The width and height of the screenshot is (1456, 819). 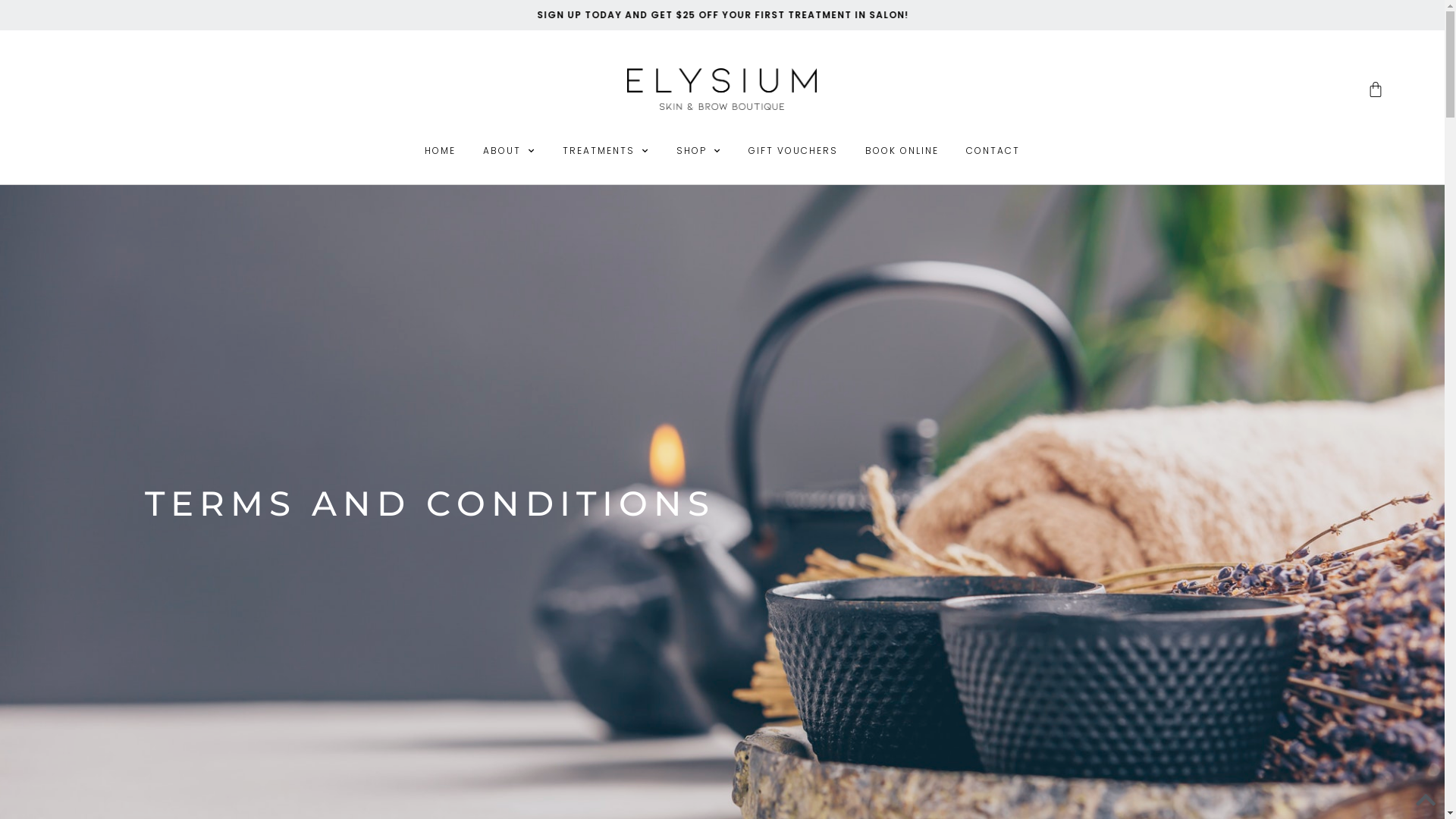 I want to click on 'HOME', so click(x=439, y=151).